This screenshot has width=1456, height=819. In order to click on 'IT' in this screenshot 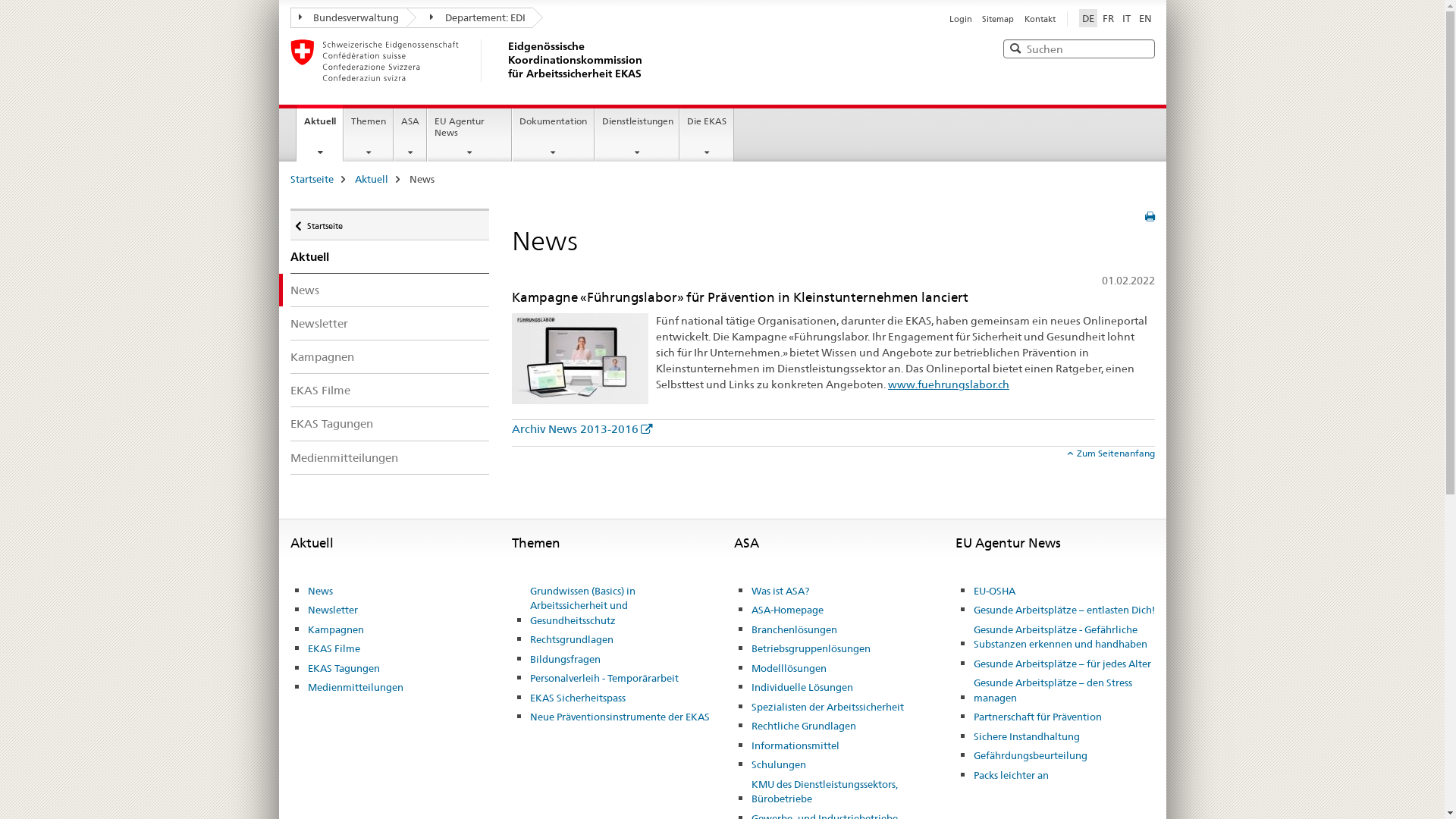, I will do `click(1126, 17)`.